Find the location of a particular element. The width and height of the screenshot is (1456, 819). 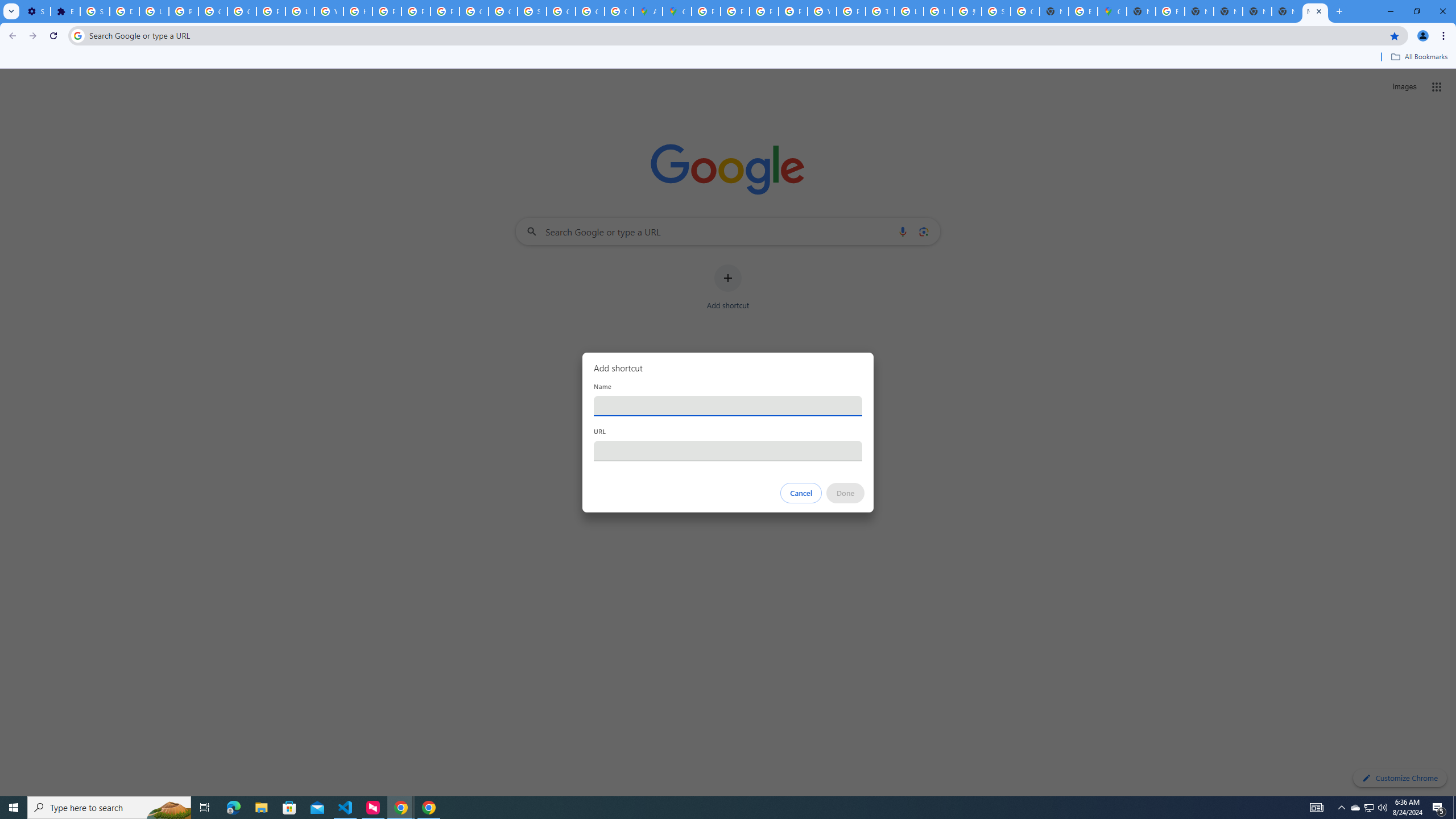

'Explore new street-level details - Google Maps Help' is located at coordinates (1082, 11).